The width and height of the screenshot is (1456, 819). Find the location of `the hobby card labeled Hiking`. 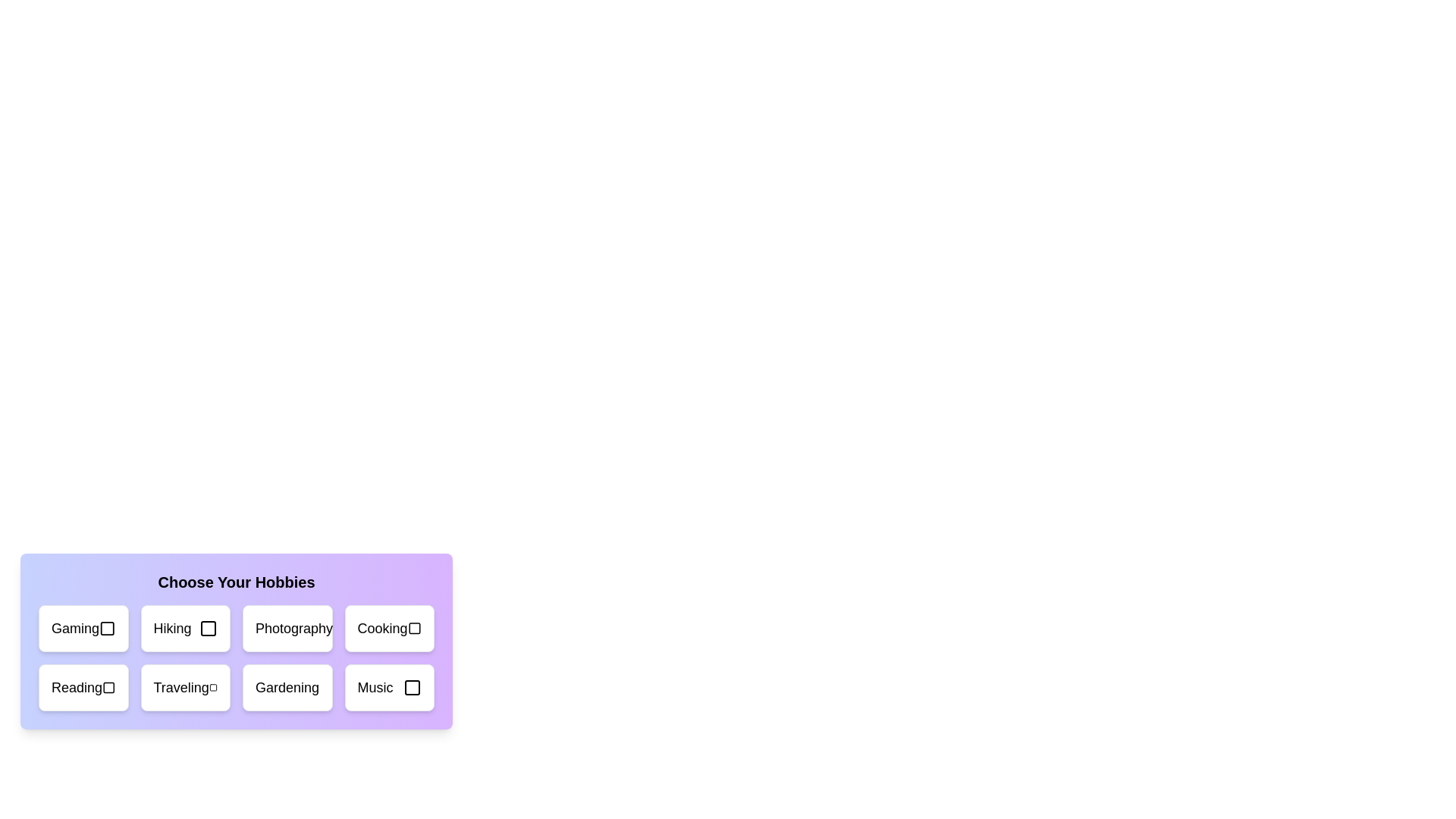

the hobby card labeled Hiking is located at coordinates (184, 629).